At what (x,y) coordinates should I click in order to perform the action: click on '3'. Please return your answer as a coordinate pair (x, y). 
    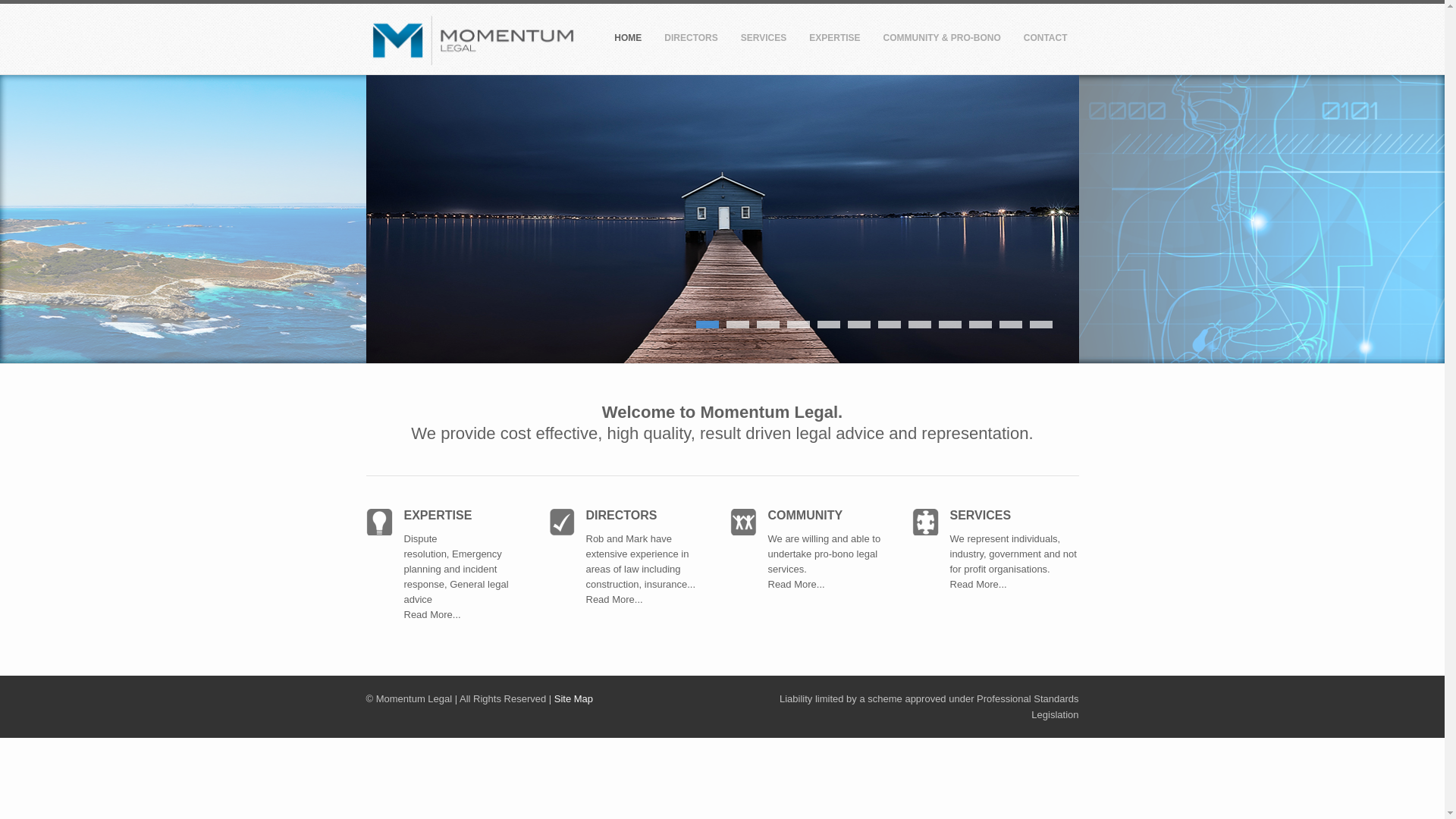
    Looking at the image, I should click on (767, 324).